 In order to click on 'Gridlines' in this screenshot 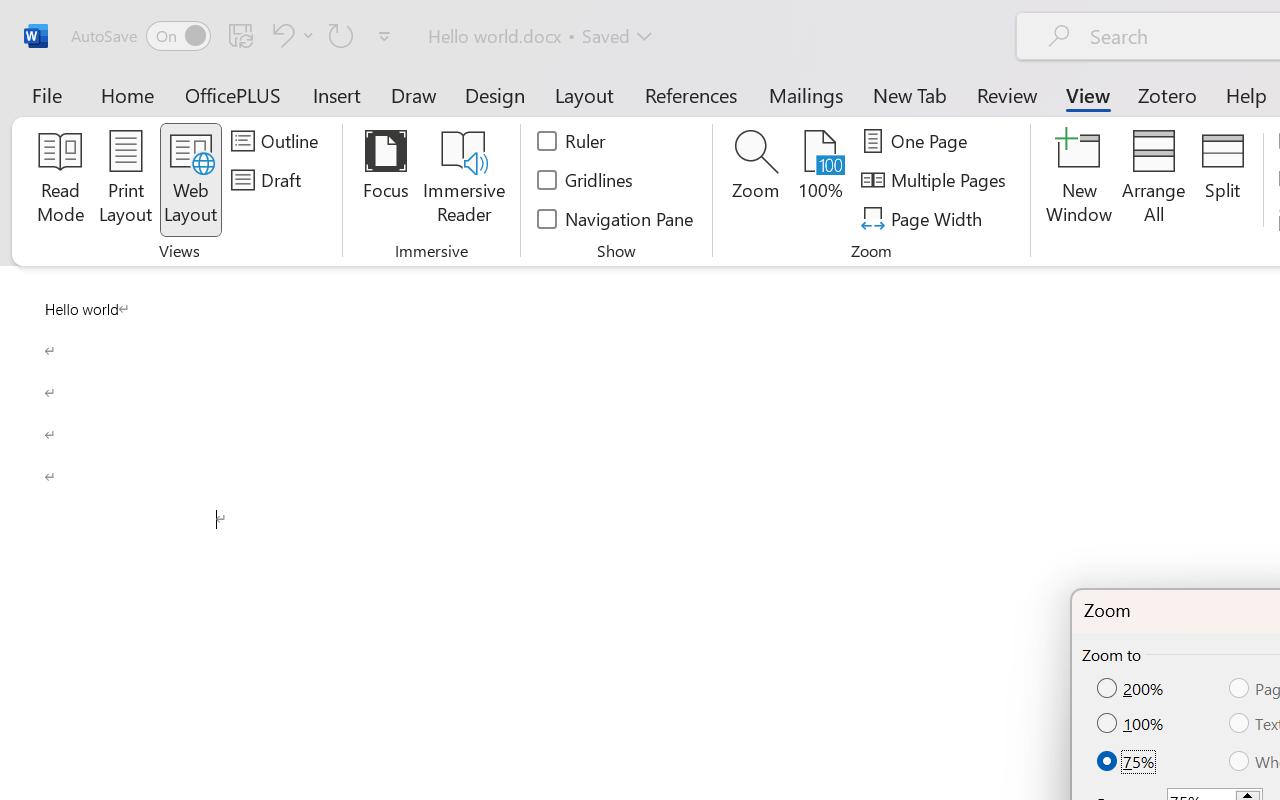, I will do `click(585, 179)`.